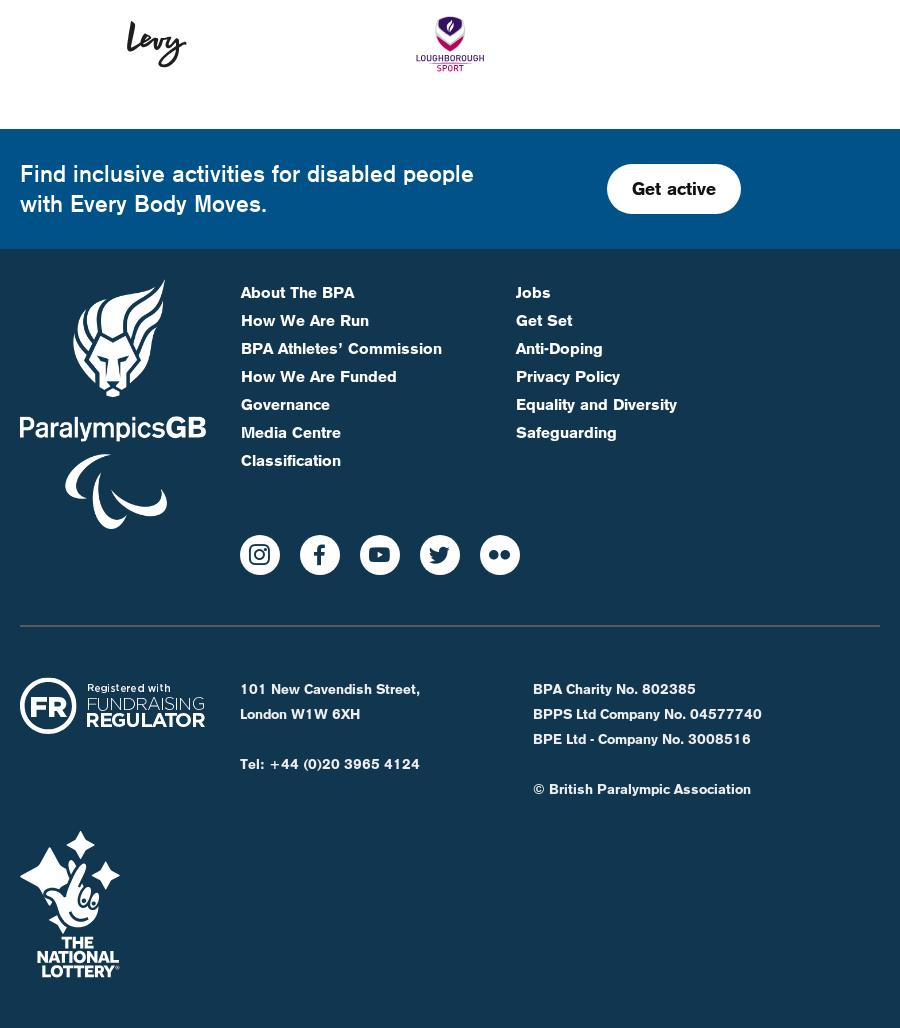 This screenshot has width=900, height=1028. Describe the element at coordinates (289, 392) in the screenshot. I see `'Classification'` at that location.